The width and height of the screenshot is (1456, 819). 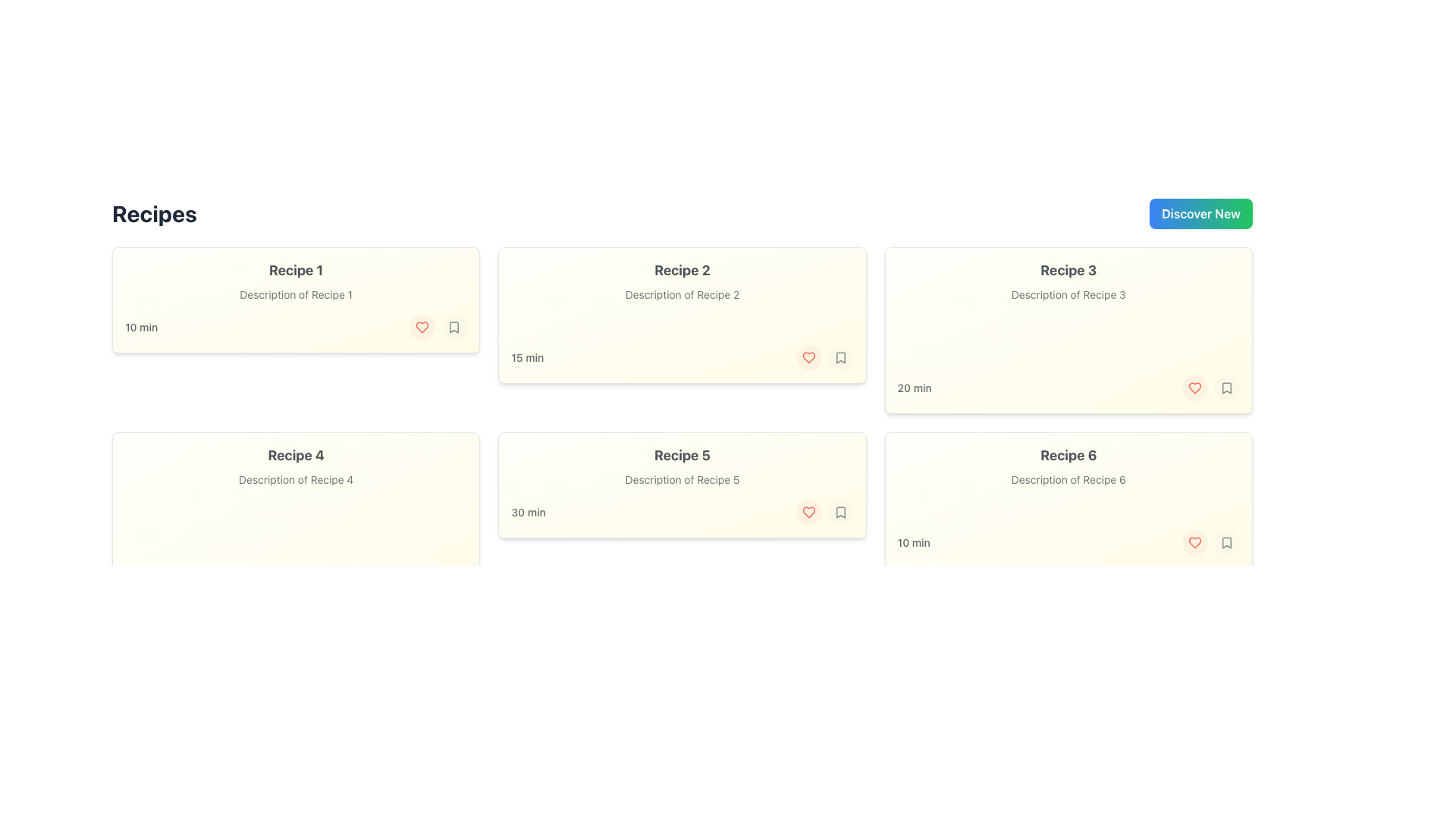 What do you see at coordinates (1226, 542) in the screenshot?
I see `the bookmark icon located at the bottom right corner of the 'Recipe 6' card` at bounding box center [1226, 542].